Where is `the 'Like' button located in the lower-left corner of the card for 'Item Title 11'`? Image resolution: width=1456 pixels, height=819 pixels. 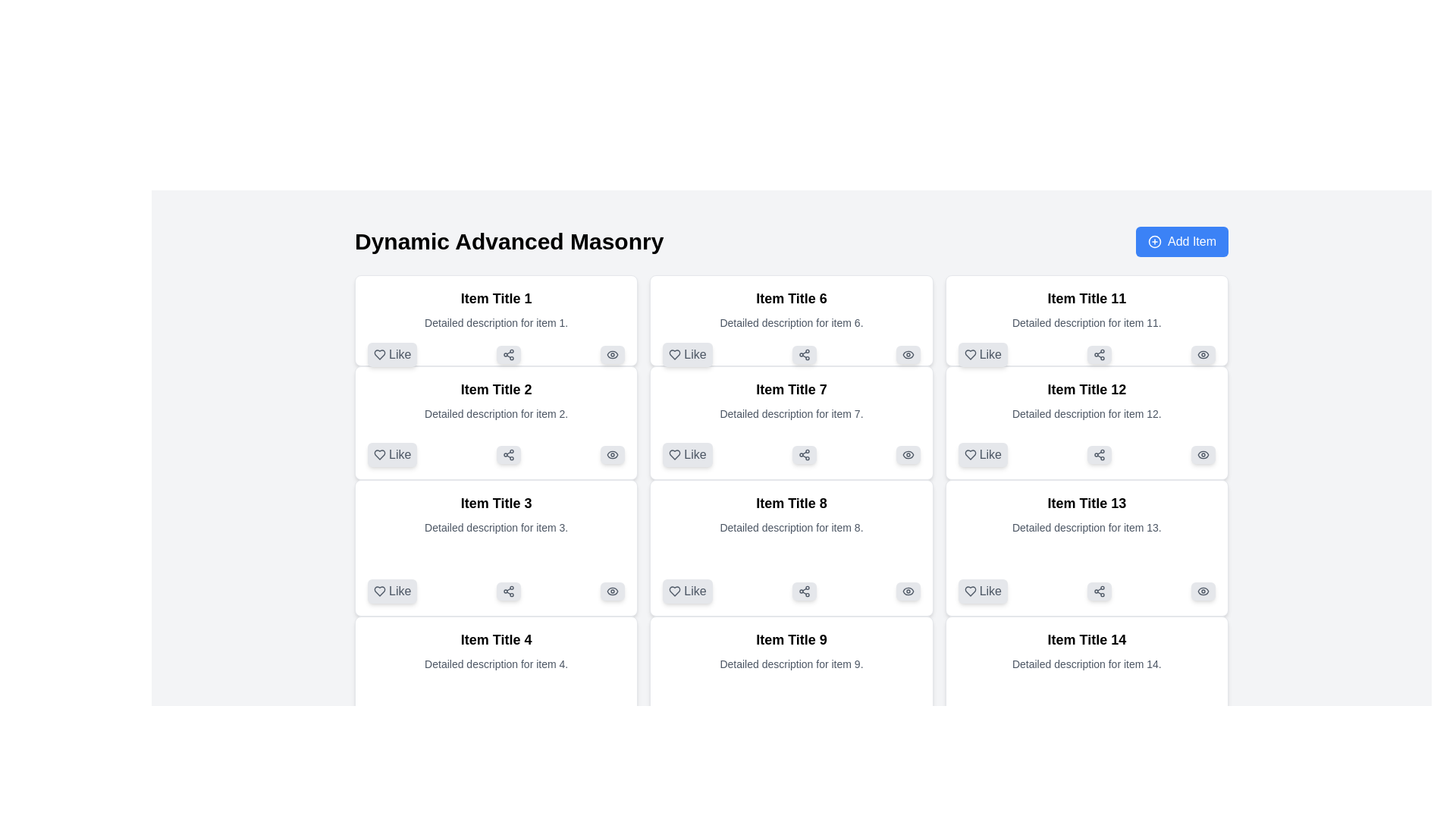
the 'Like' button located in the lower-left corner of the card for 'Item Title 11' is located at coordinates (983, 354).